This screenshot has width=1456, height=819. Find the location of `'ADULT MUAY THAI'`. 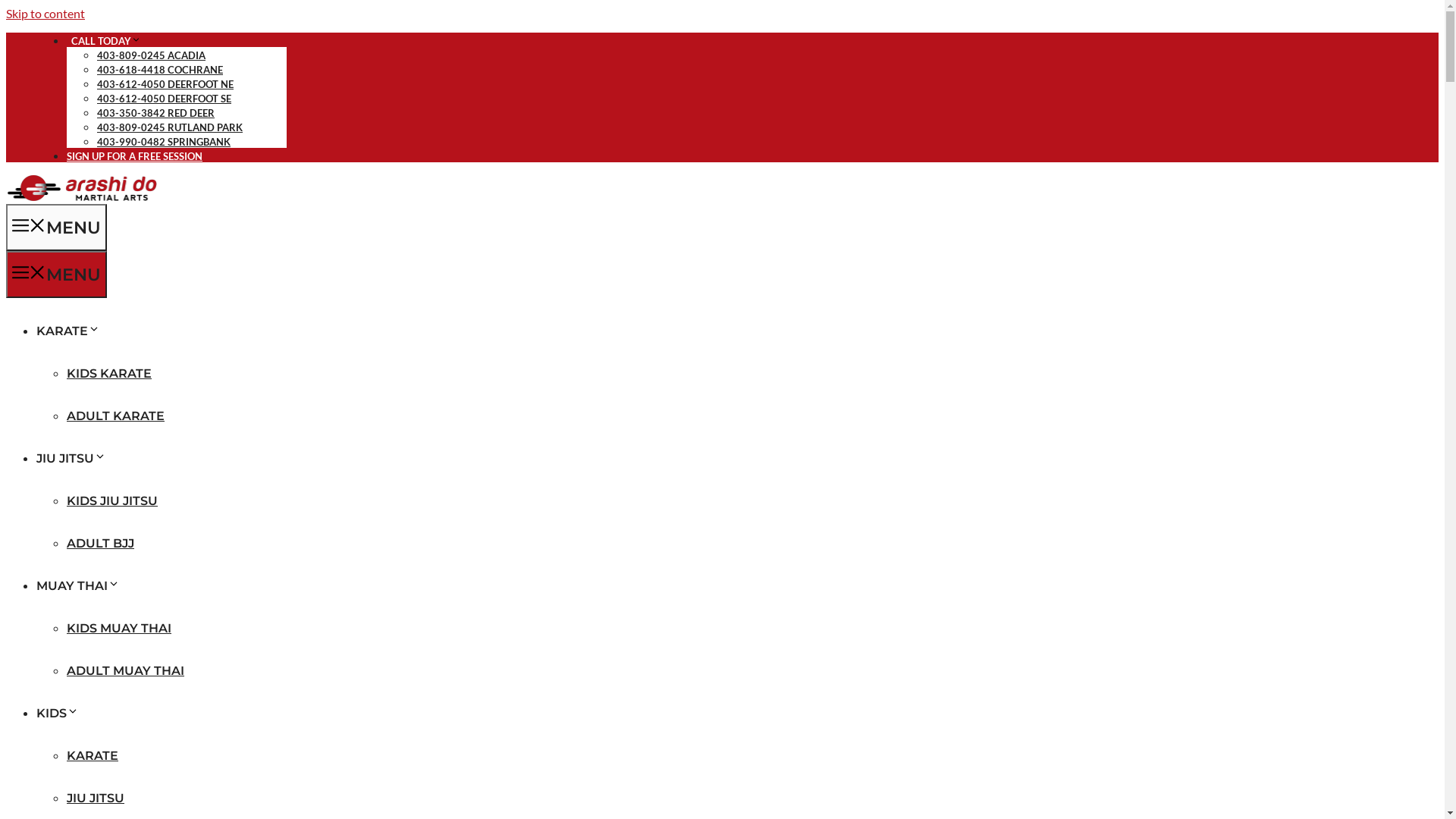

'ADULT MUAY THAI' is located at coordinates (125, 670).